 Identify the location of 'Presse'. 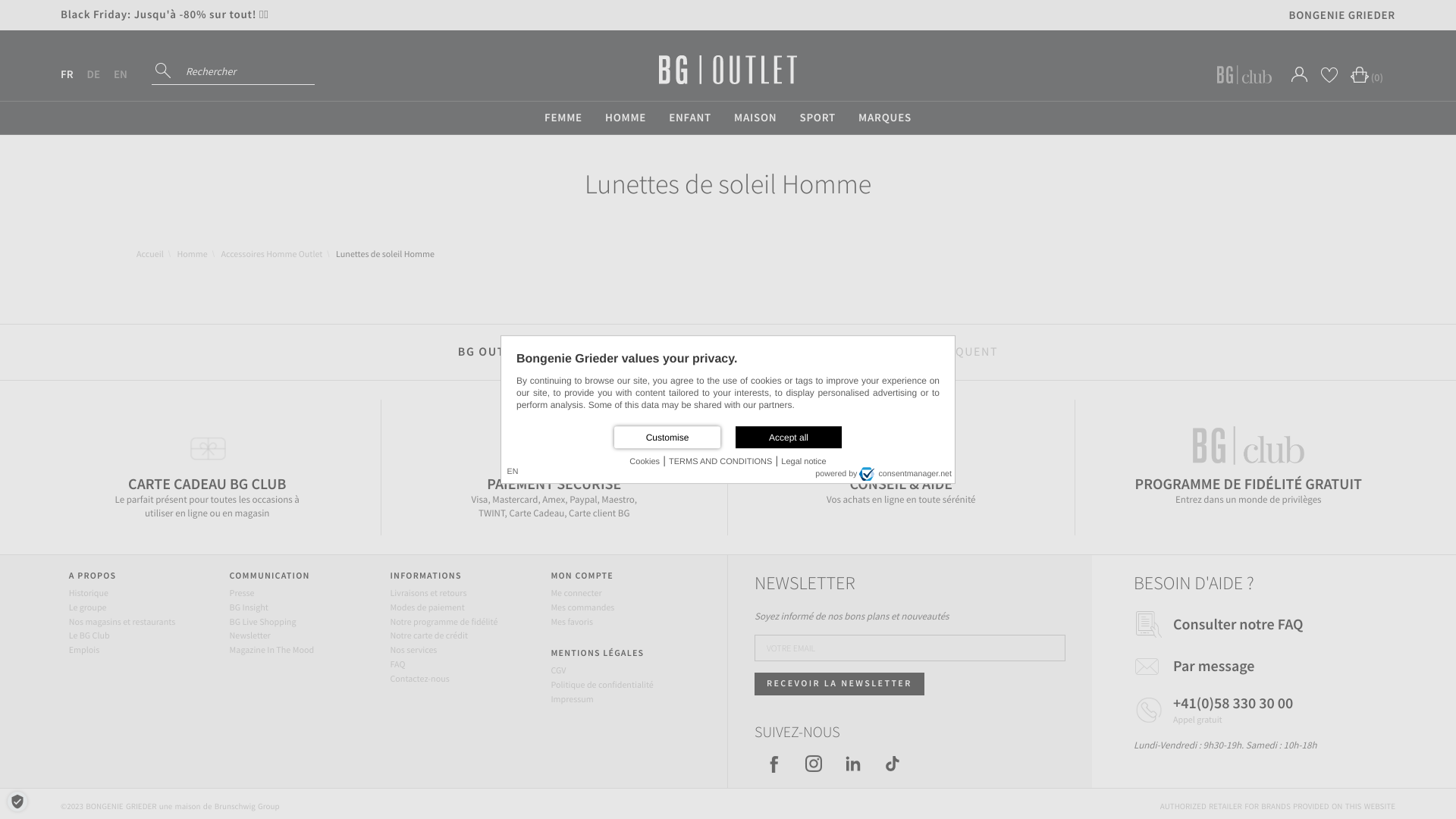
(228, 592).